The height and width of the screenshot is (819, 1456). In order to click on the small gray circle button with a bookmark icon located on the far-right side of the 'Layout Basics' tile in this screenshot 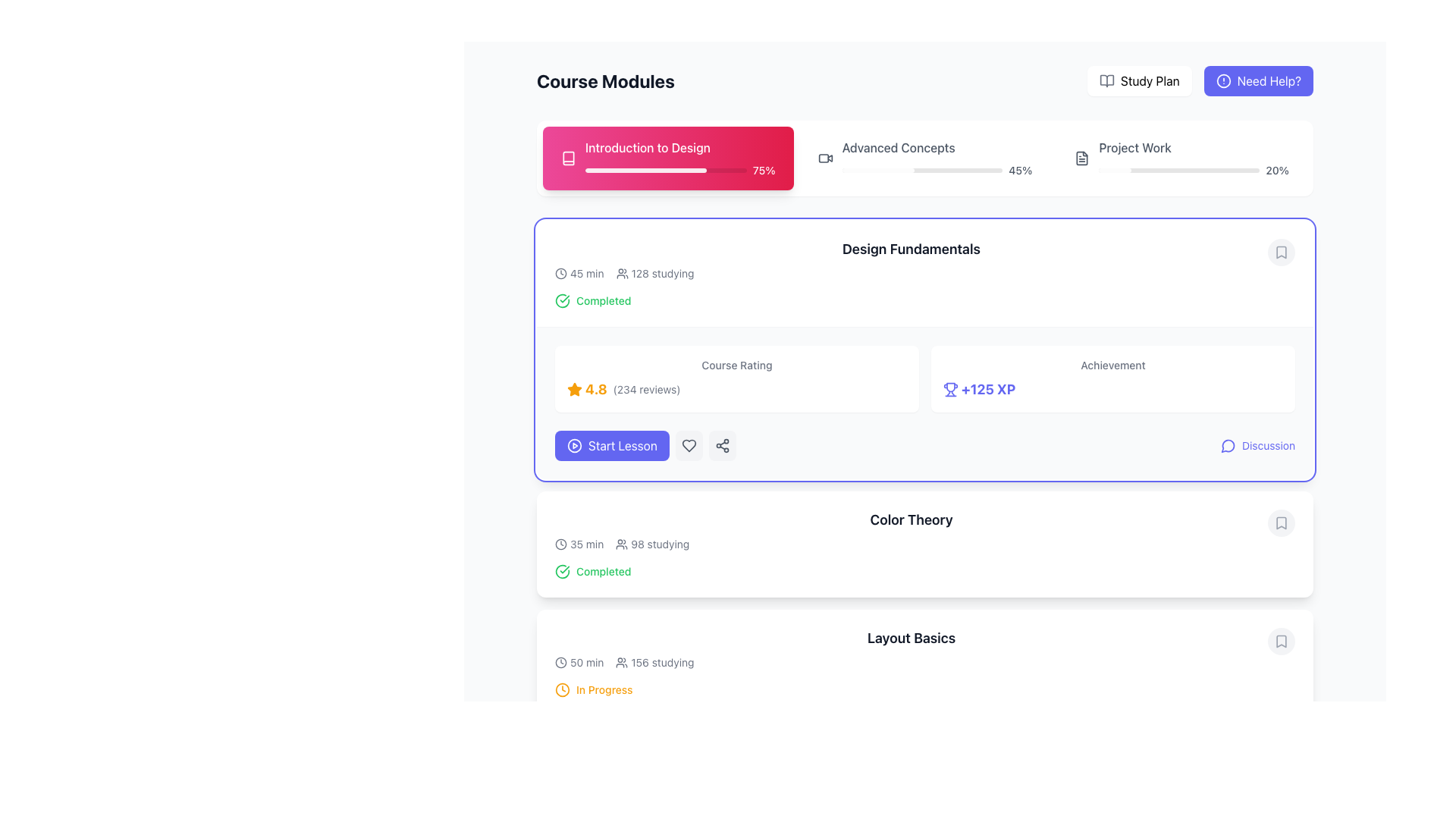, I will do `click(1280, 641)`.